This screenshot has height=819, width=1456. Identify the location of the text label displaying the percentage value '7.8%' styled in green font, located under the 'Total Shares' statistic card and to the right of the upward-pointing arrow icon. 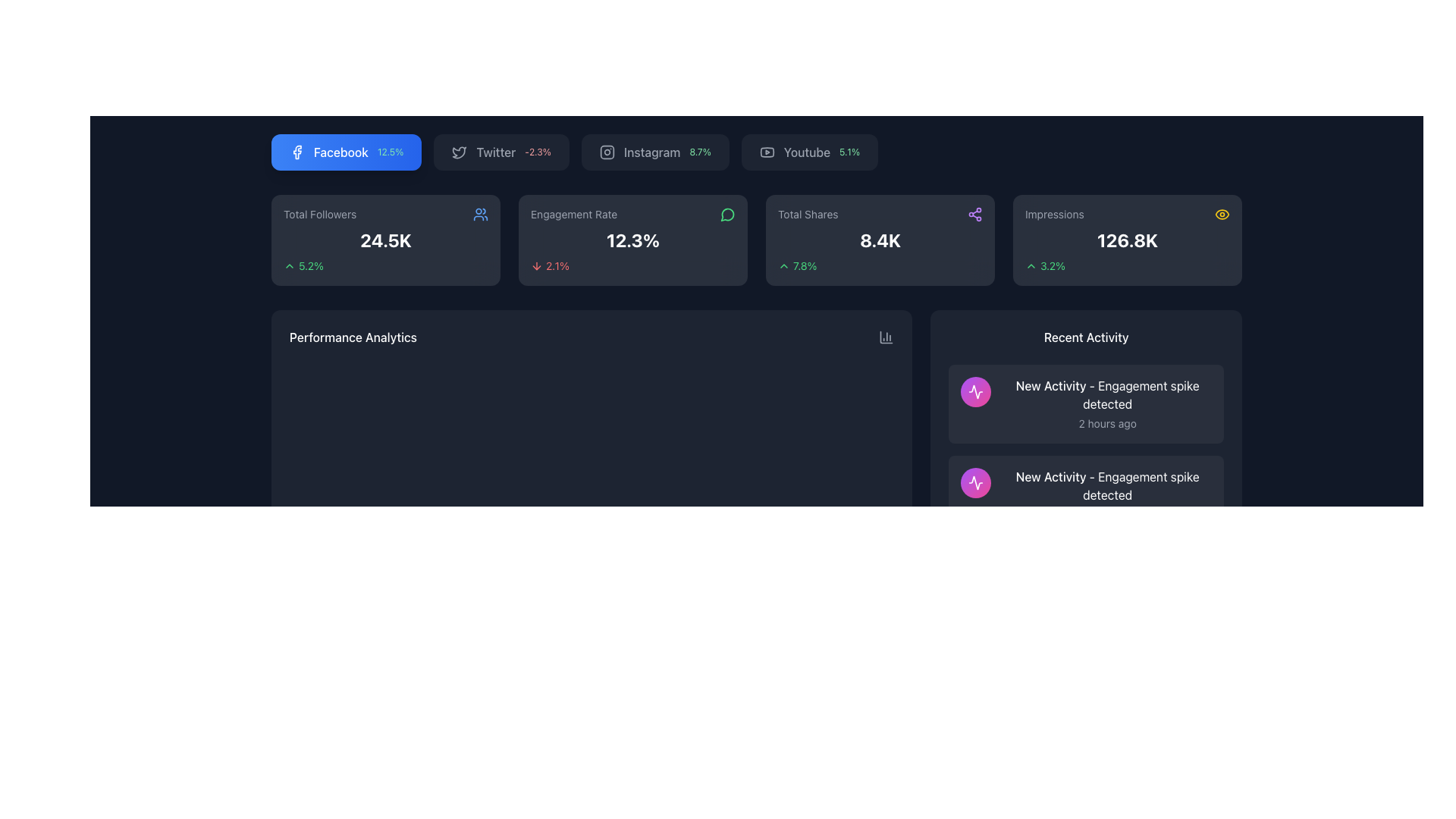
(804, 265).